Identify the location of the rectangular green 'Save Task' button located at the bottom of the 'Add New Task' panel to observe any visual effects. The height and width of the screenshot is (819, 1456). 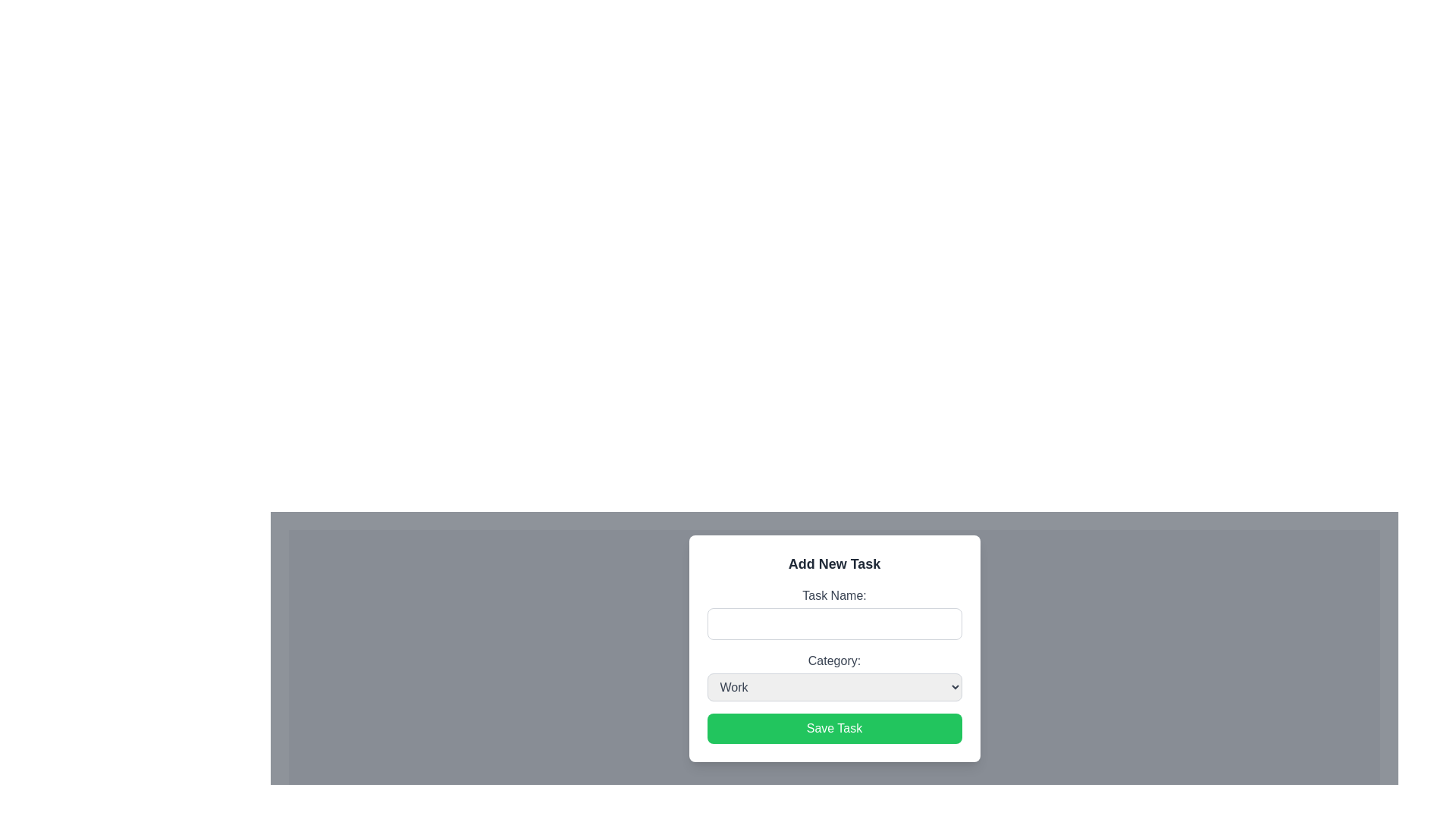
(833, 727).